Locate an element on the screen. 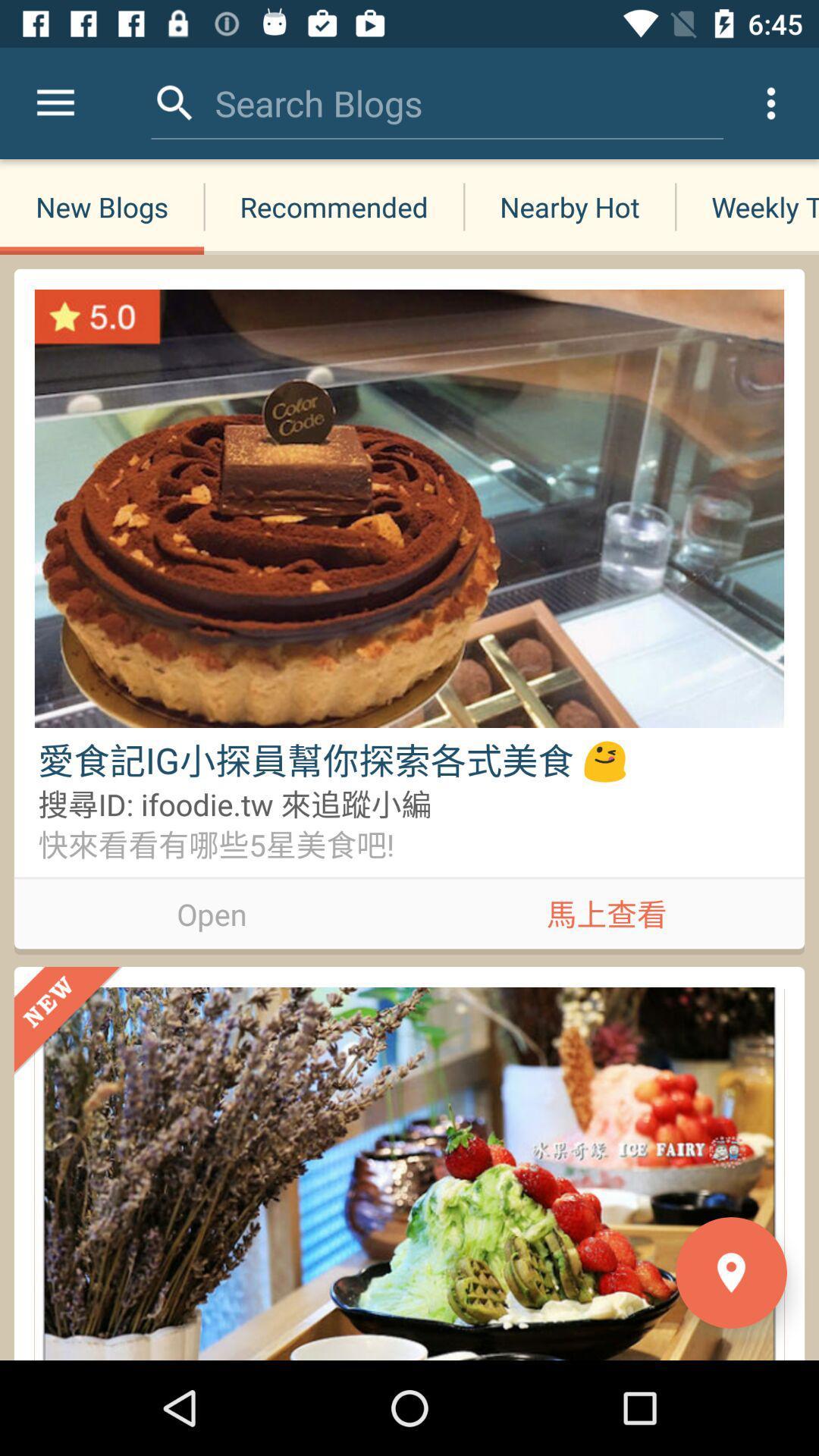  app on the right is located at coordinates (606, 910).